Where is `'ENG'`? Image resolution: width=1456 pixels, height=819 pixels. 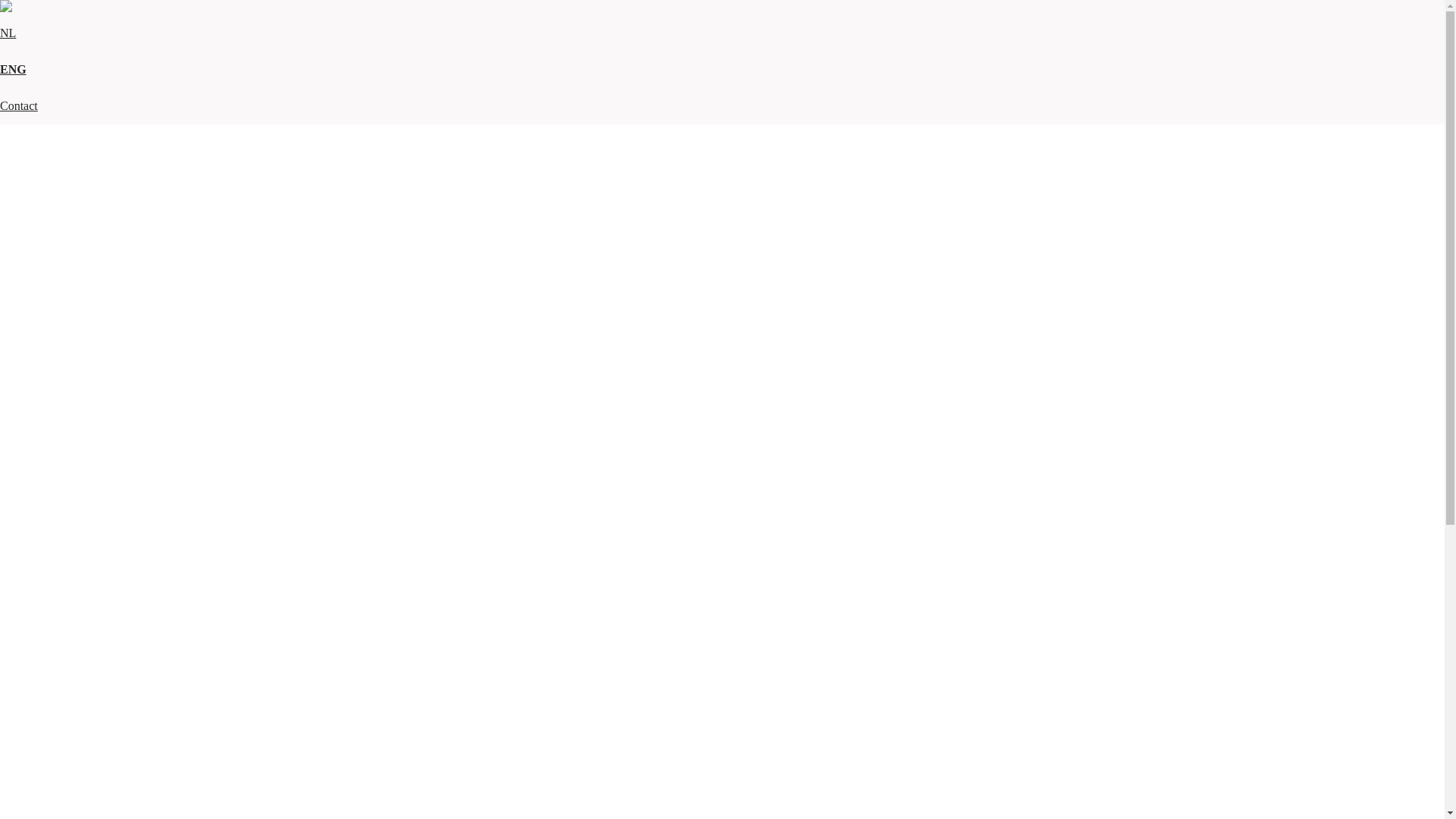 'ENG' is located at coordinates (13, 69).